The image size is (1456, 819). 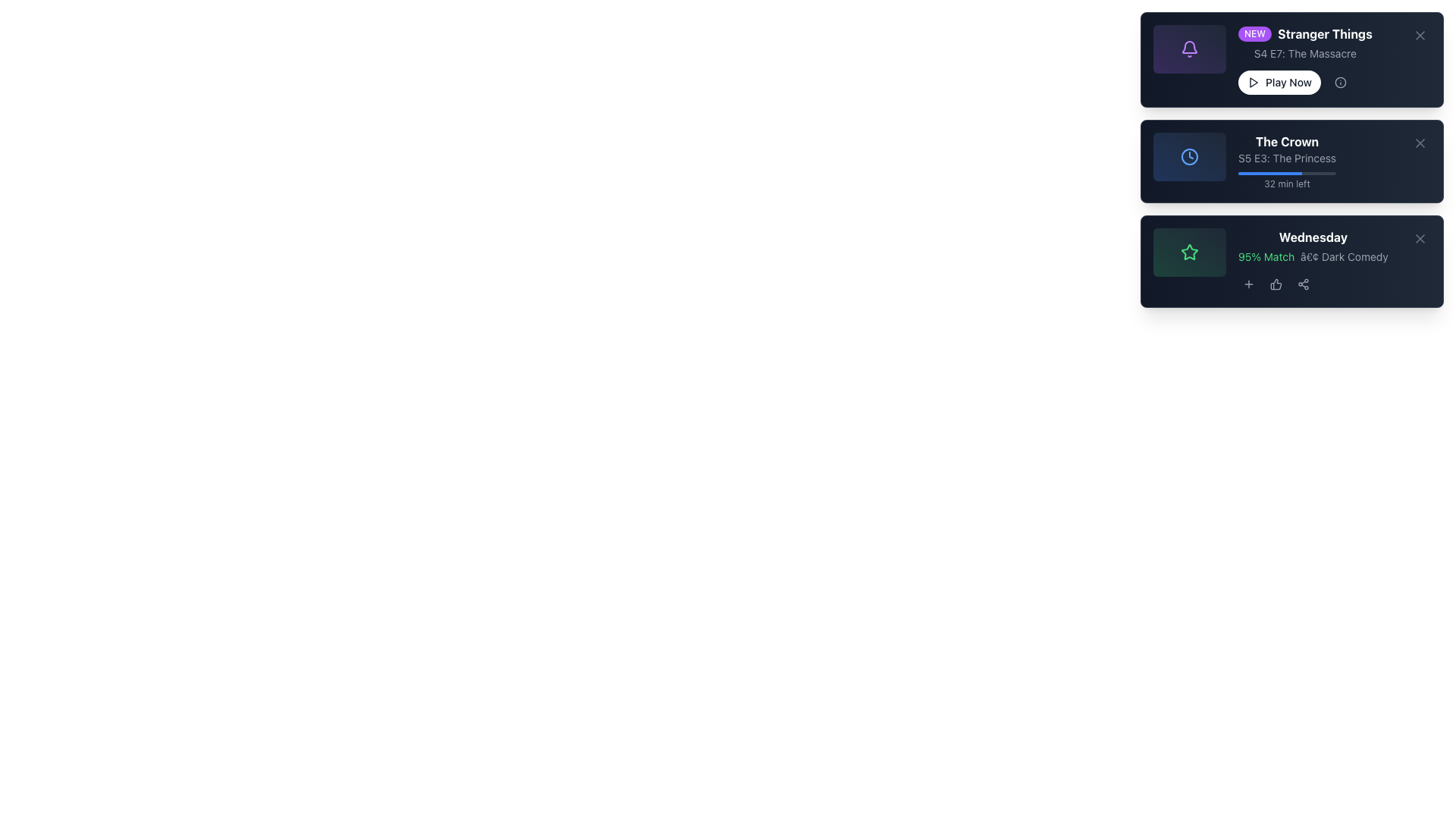 I want to click on text 'S5 E3: The Princess' displayed in small, gray font located below 'The Crown' and above '32 min left' in the middle card of the interface, so click(x=1286, y=158).